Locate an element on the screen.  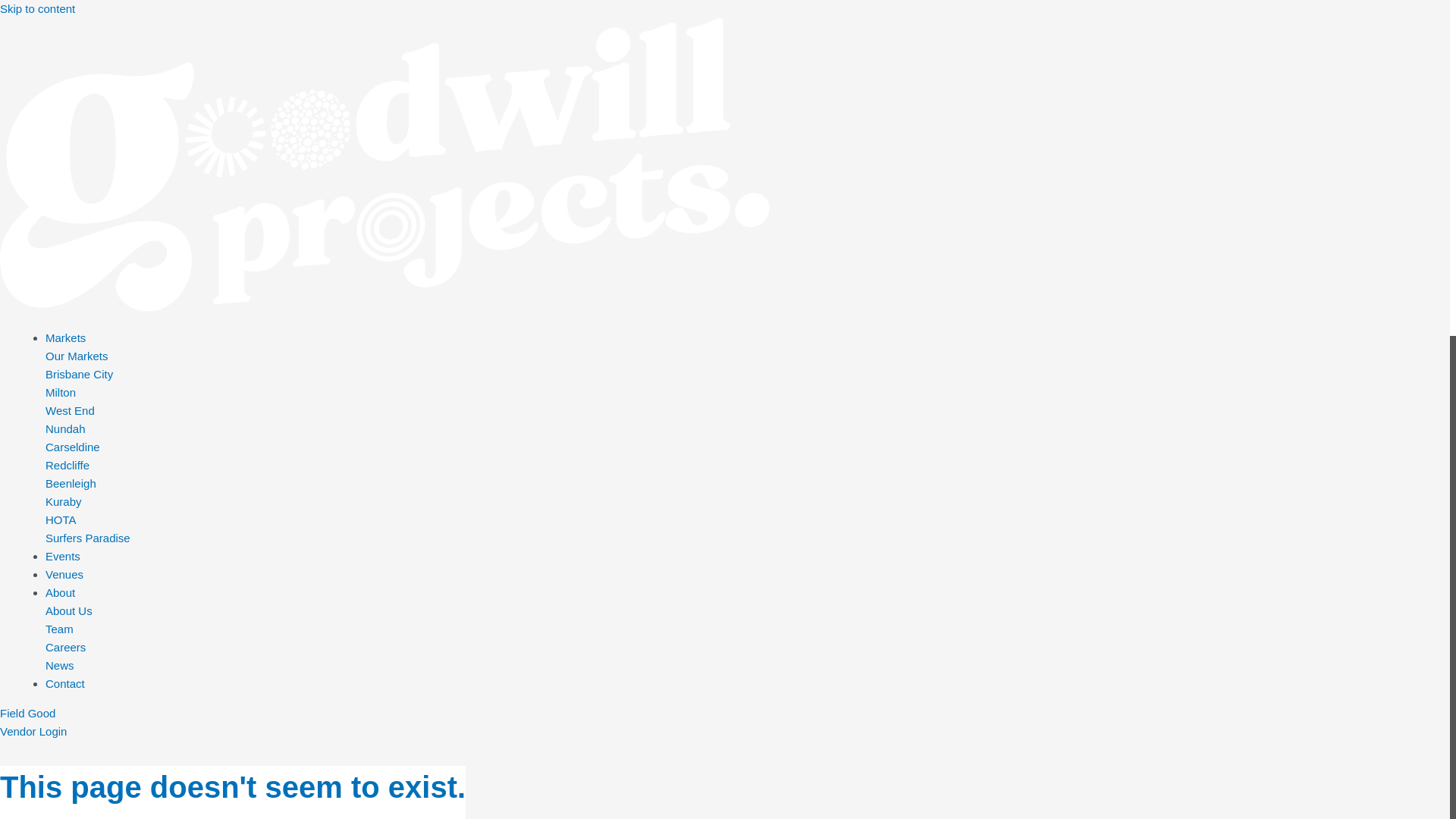
'Skip to content' is located at coordinates (37, 8).